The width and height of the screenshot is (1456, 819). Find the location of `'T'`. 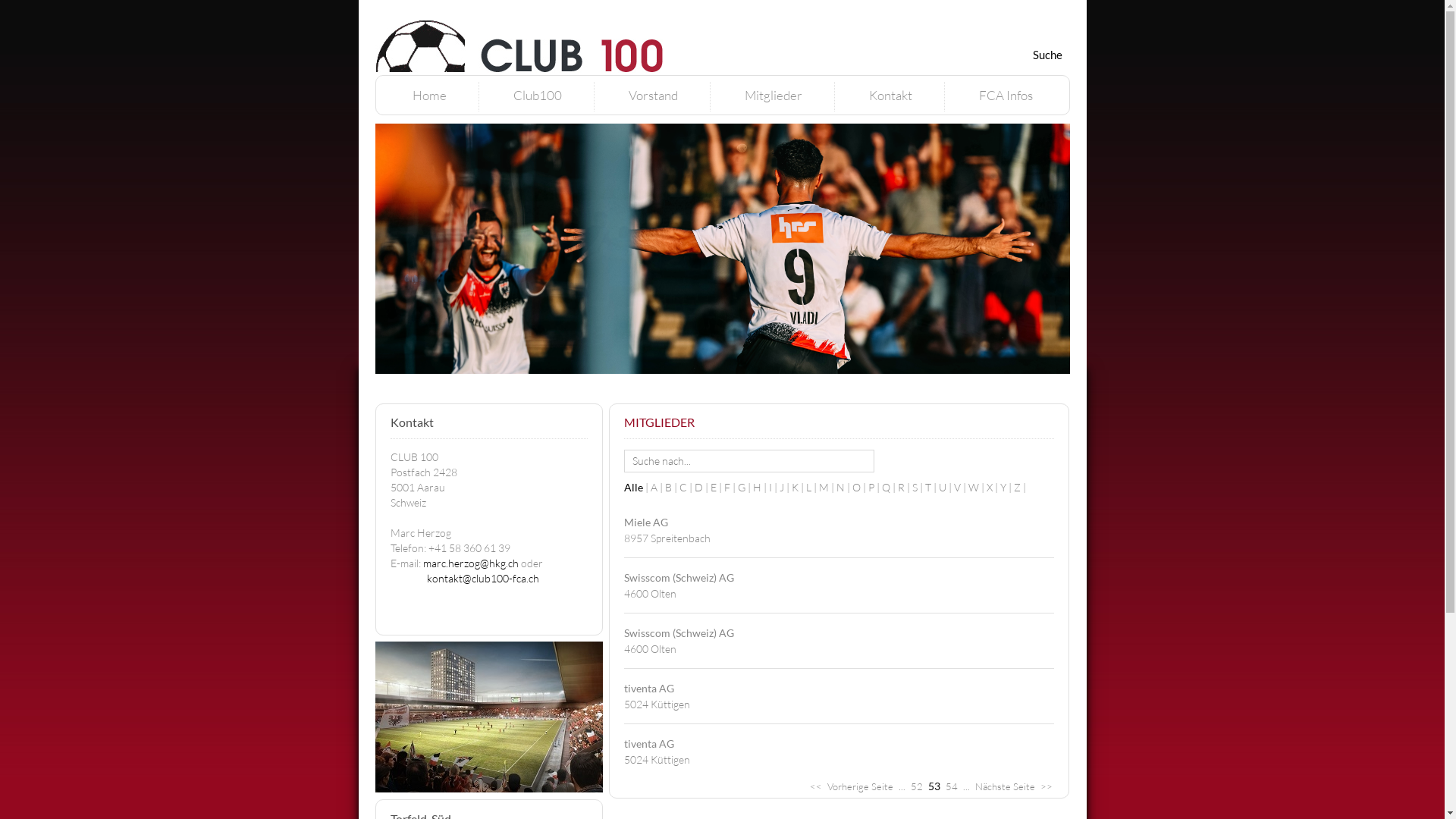

'T' is located at coordinates (924, 487).